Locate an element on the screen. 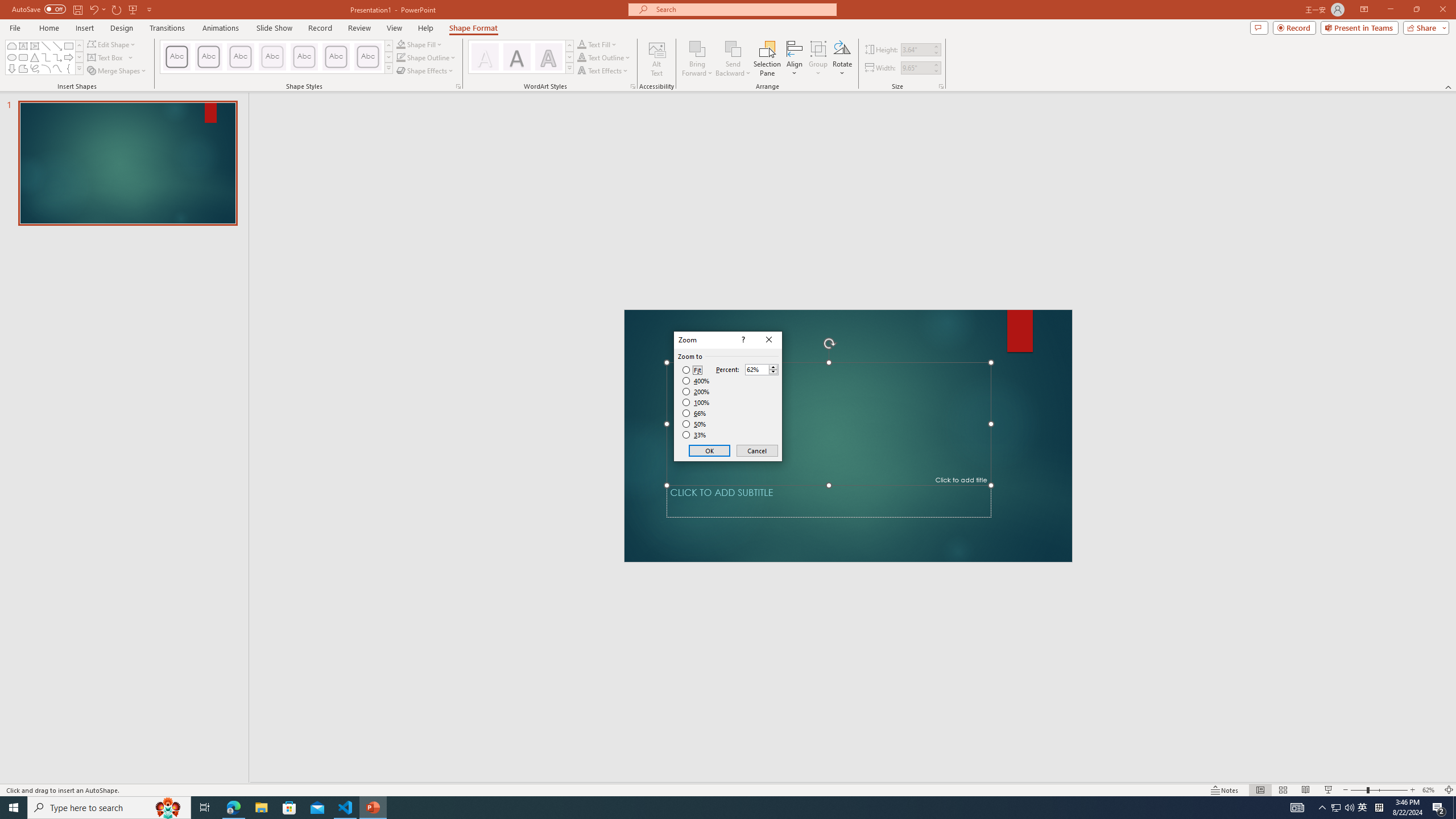 The height and width of the screenshot is (819, 1456). 'Fill: Dark Red, Accent color 1; Shadow' is located at coordinates (516, 56).